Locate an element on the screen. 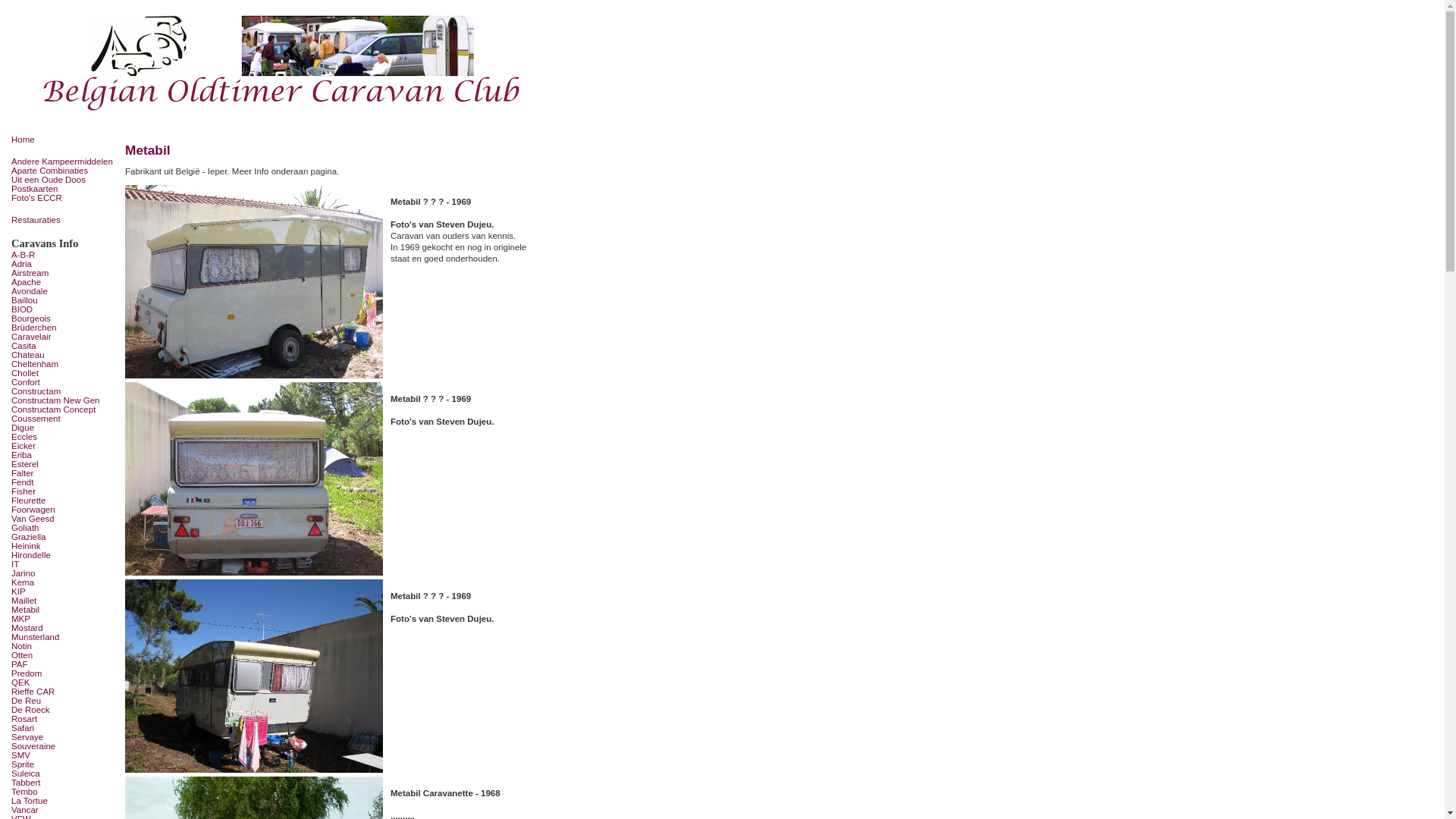  'Casita' is located at coordinates (64, 345).